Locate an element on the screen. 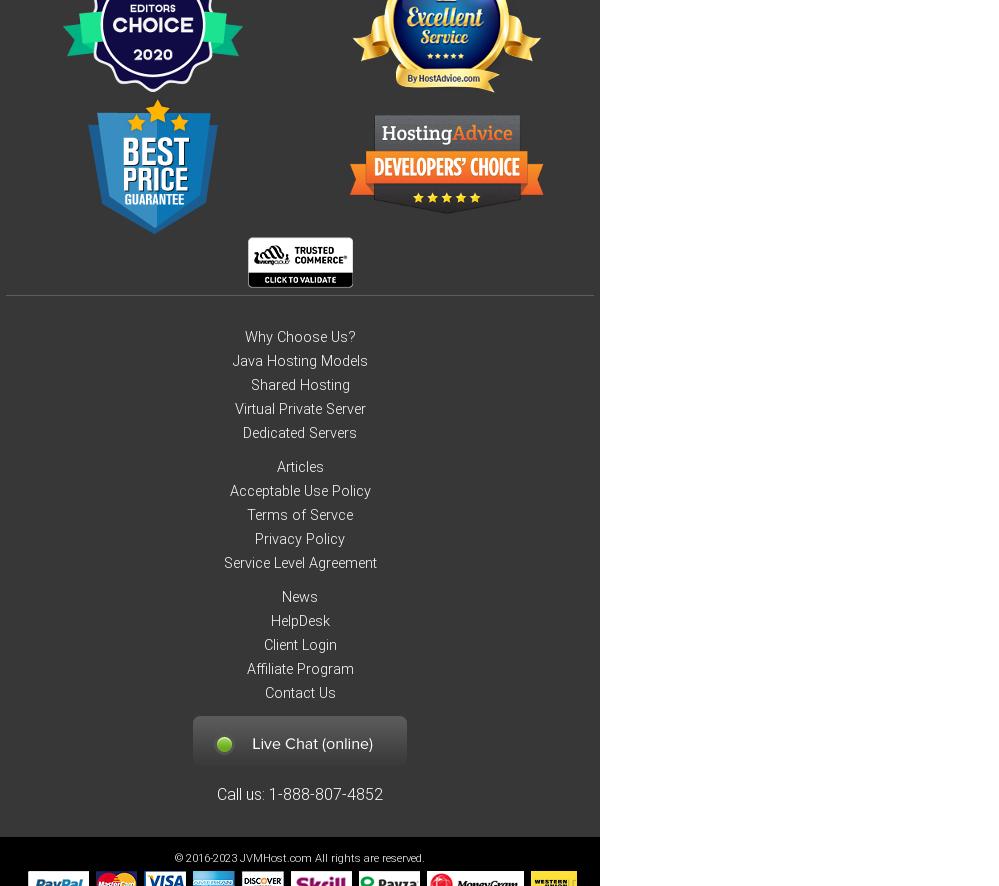 This screenshot has width=999, height=886. 'Affiliate Program' is located at coordinates (298, 668).